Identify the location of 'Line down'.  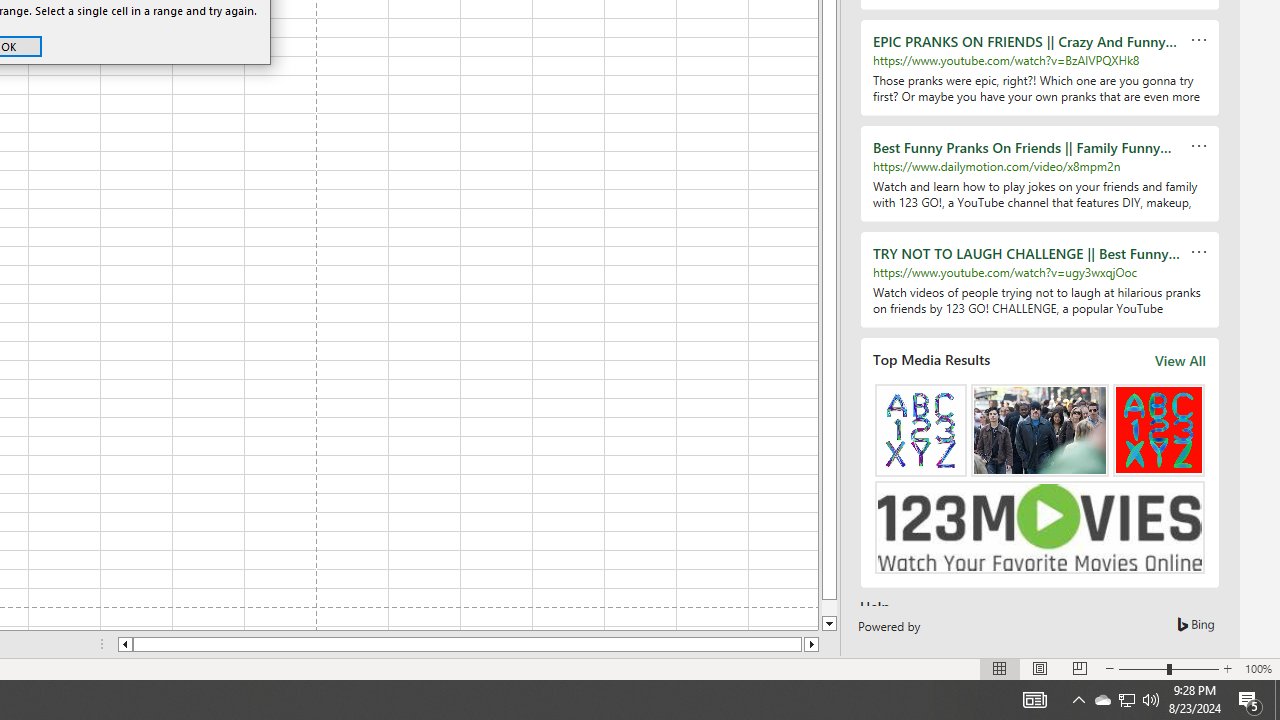
(829, 623).